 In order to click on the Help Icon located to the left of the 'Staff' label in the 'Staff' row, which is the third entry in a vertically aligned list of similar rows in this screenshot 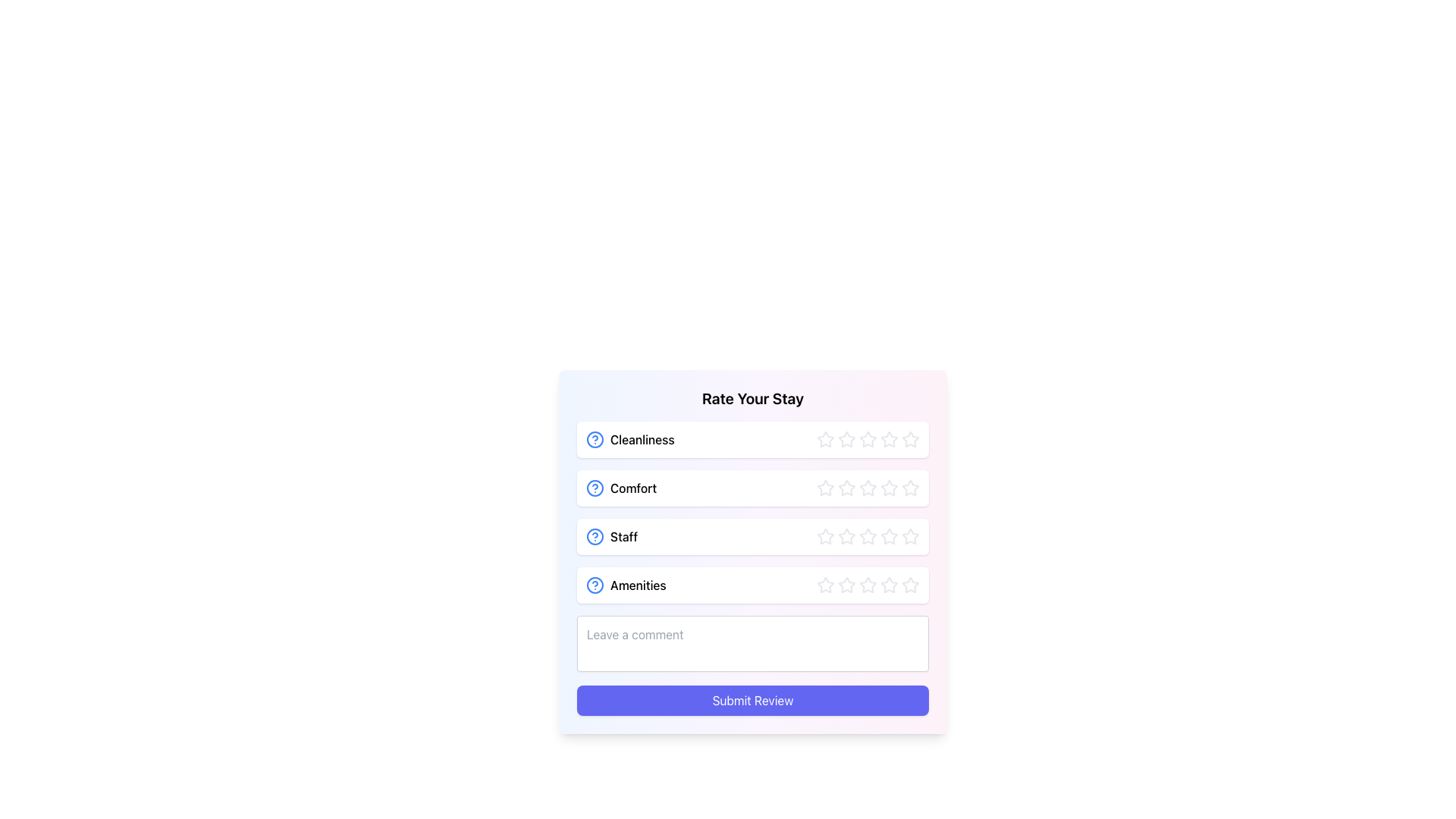, I will do `click(595, 536)`.